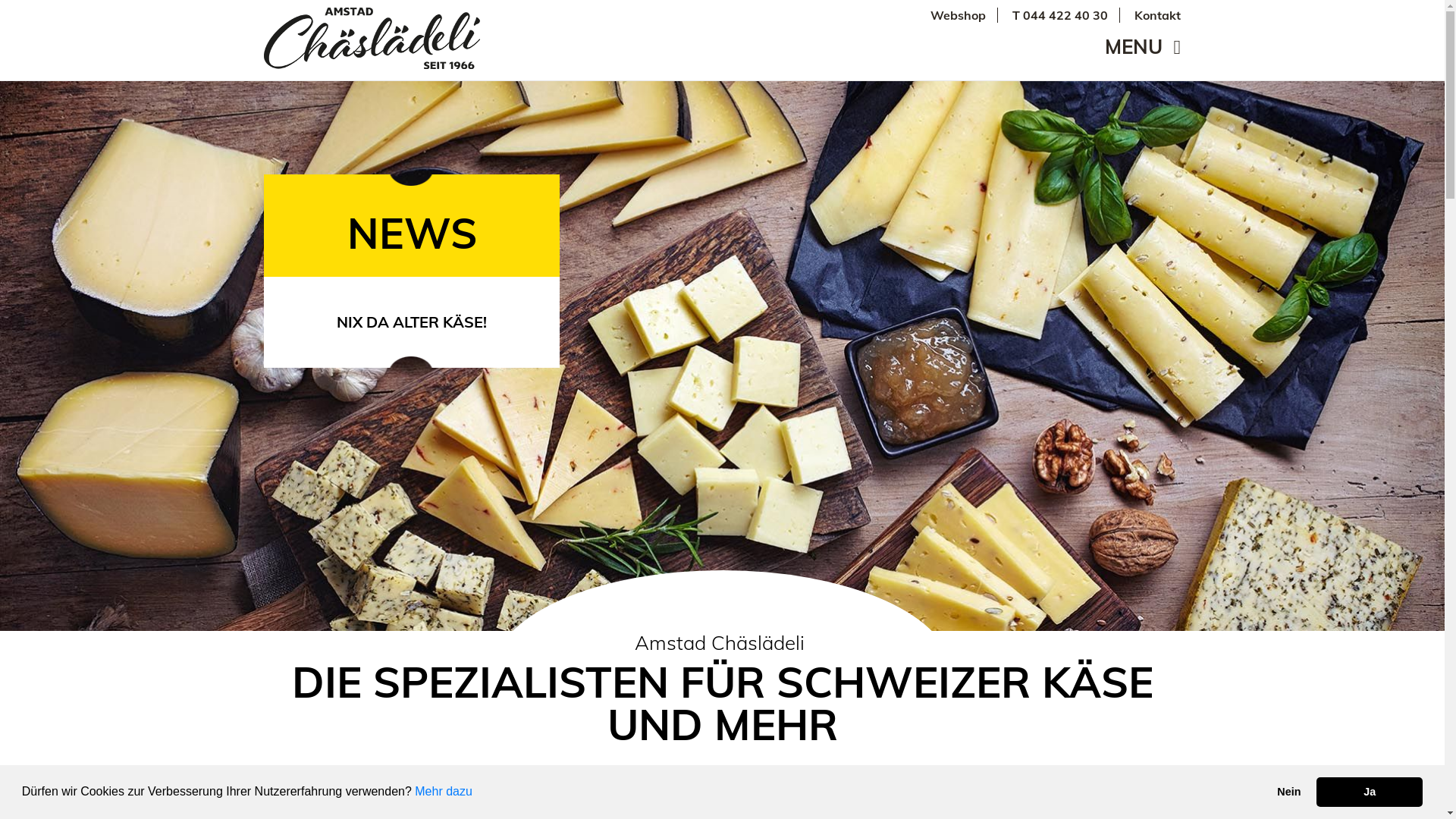  Describe the element at coordinates (1266, 791) in the screenshot. I see `'Nein'` at that location.